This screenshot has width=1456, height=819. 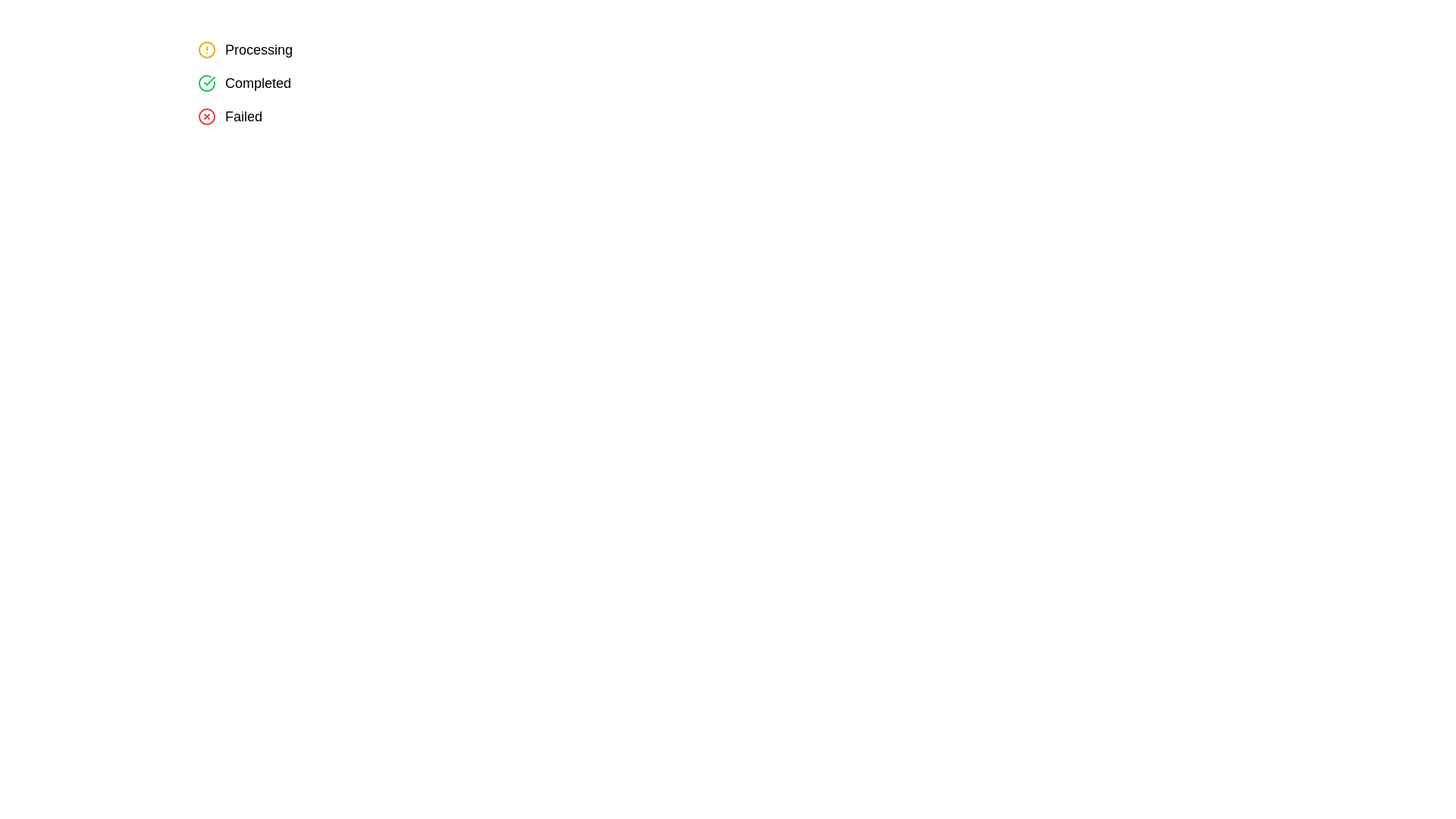 I want to click on the status indicator at the top of the vertical stack, which displays 'Processing' to convey that a task is currently ongoing, so click(x=245, y=49).